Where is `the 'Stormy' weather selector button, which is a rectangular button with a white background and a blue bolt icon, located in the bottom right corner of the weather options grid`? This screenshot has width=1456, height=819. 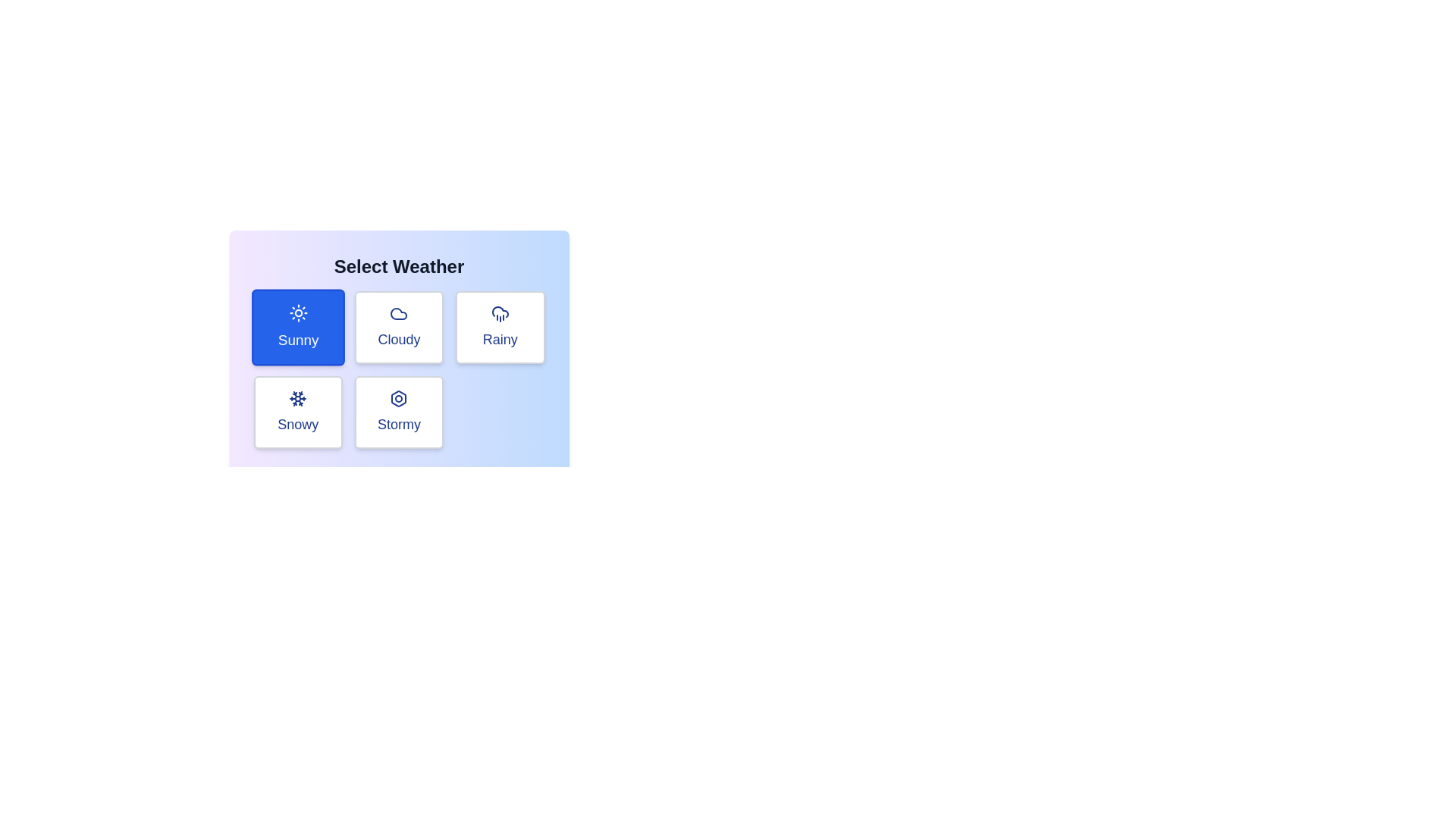
the 'Stormy' weather selector button, which is a rectangular button with a white background and a blue bolt icon, located in the bottom right corner of the weather options grid is located at coordinates (399, 412).